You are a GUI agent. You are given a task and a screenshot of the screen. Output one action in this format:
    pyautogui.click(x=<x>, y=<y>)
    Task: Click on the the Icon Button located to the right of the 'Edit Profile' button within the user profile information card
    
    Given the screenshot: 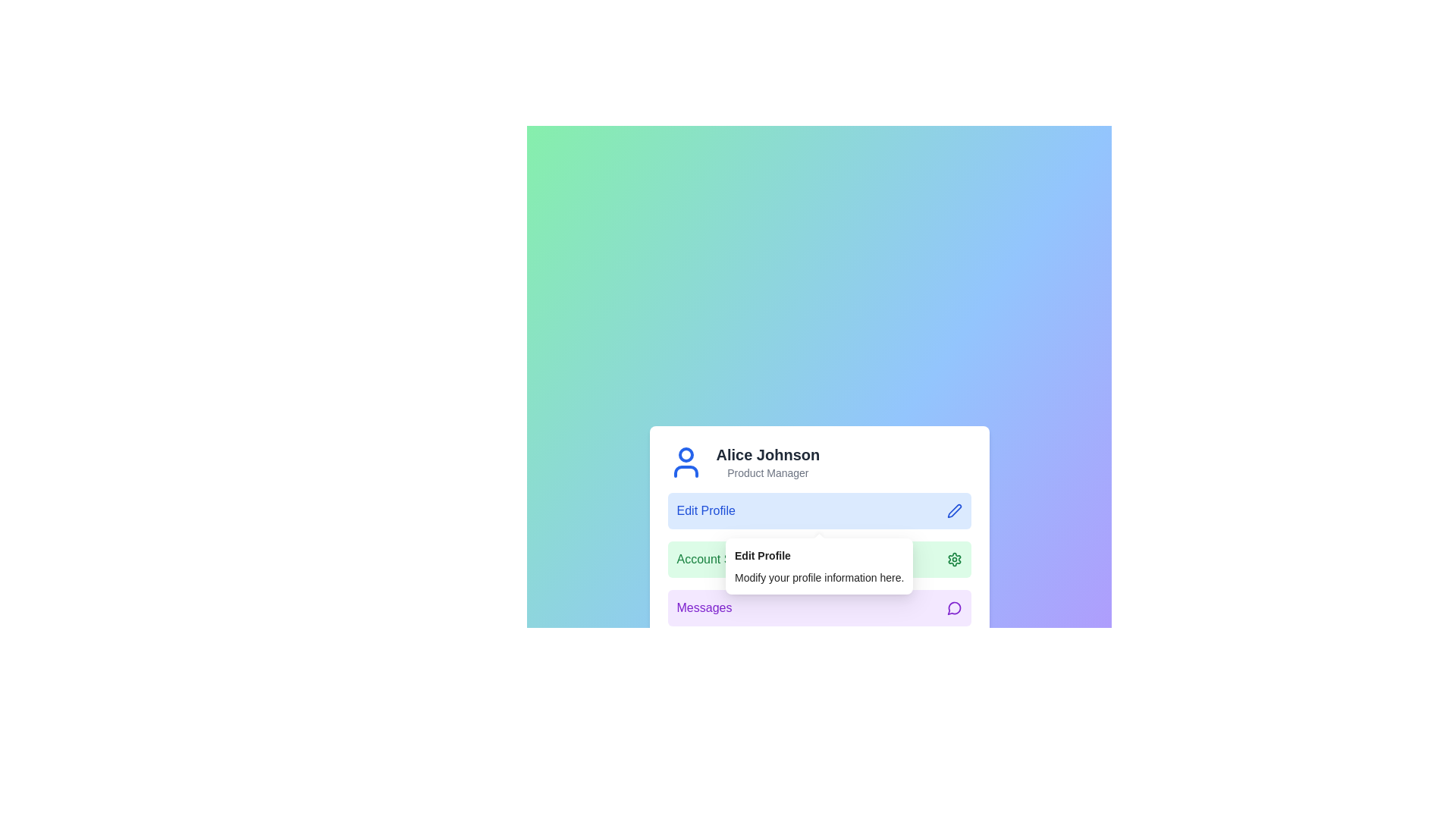 What is the action you would take?
    pyautogui.click(x=953, y=511)
    